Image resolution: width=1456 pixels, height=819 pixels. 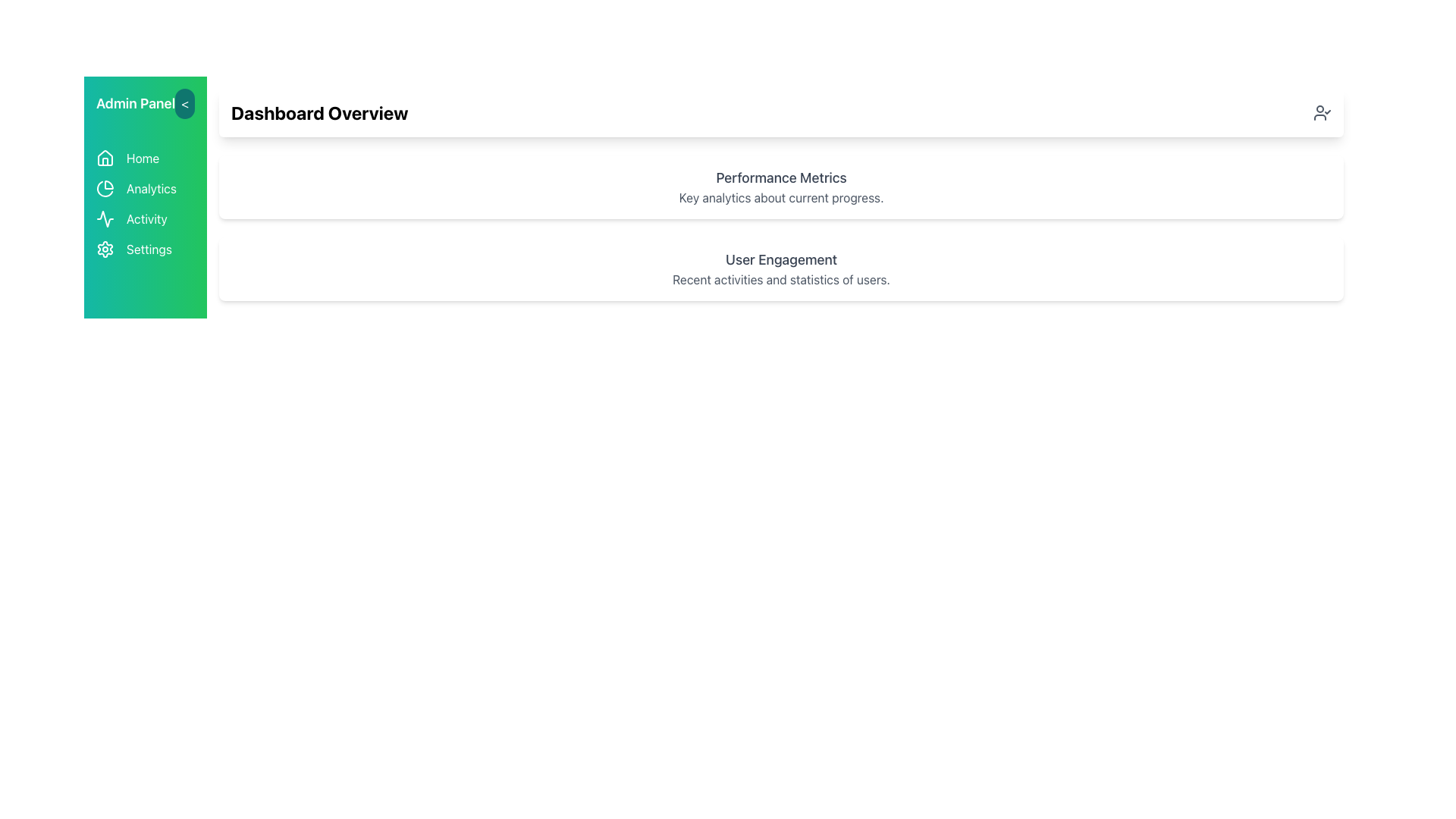 What do you see at coordinates (105, 248) in the screenshot?
I see `the 'Settings' icon located in the vertical menu on the left-hand side, fourth beneath the 'Admin Panel' title` at bounding box center [105, 248].